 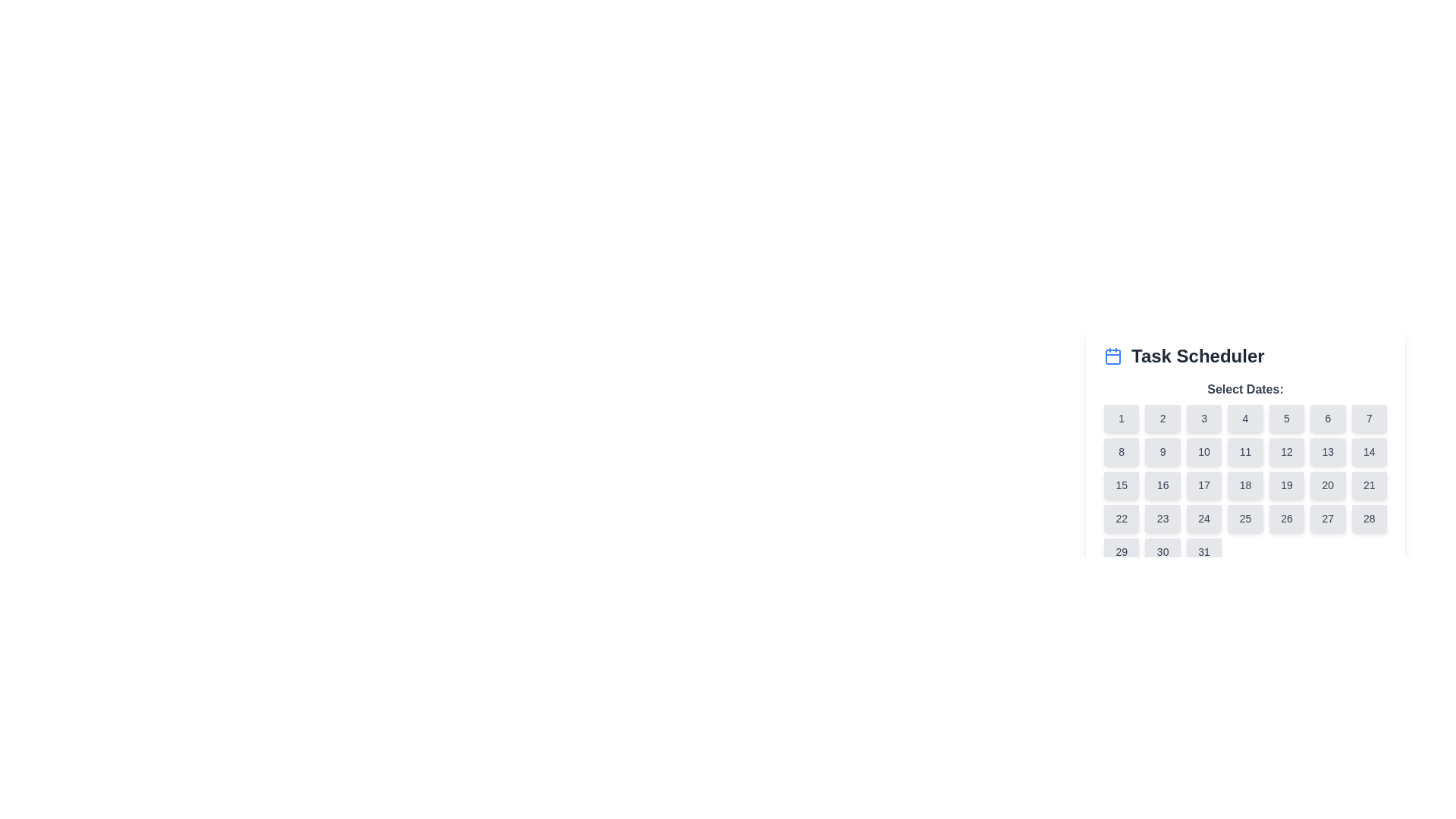 I want to click on the blue-colored calendar icon located to the left of the 'Task Scheduler' heading, so click(x=1113, y=356).